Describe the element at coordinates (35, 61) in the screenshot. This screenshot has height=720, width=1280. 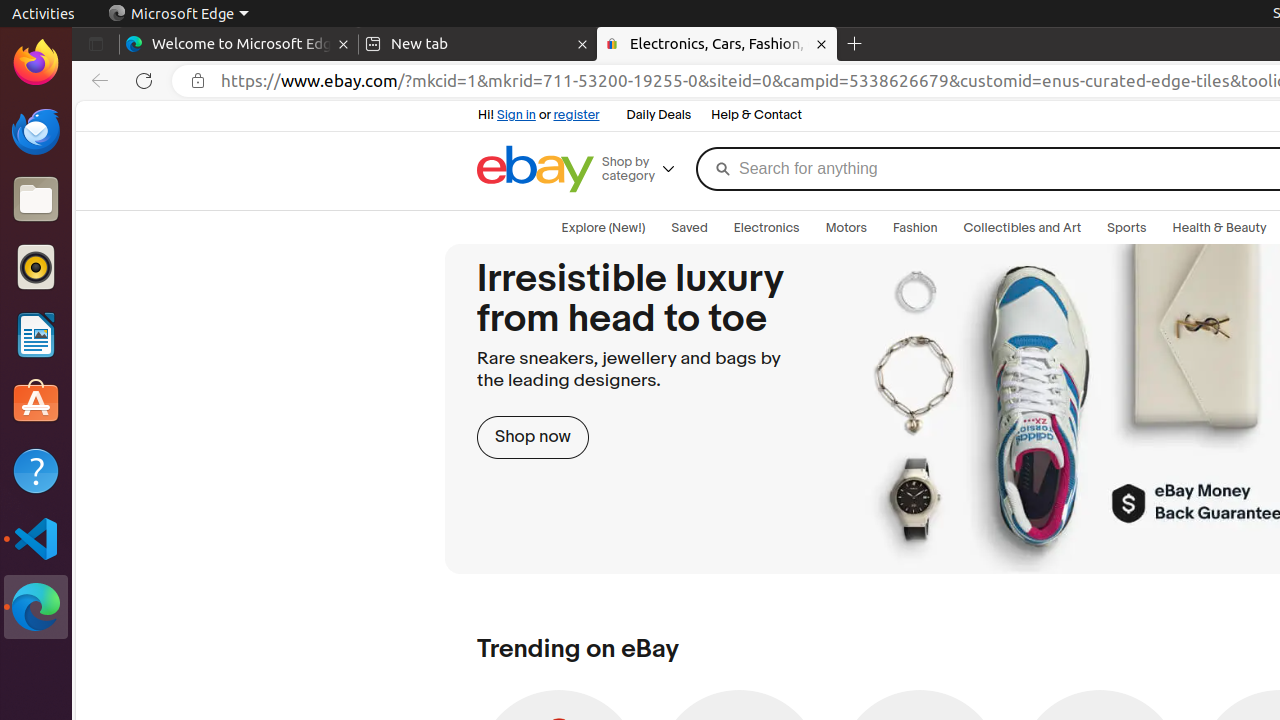
I see `'Firefox Web Browser'` at that location.